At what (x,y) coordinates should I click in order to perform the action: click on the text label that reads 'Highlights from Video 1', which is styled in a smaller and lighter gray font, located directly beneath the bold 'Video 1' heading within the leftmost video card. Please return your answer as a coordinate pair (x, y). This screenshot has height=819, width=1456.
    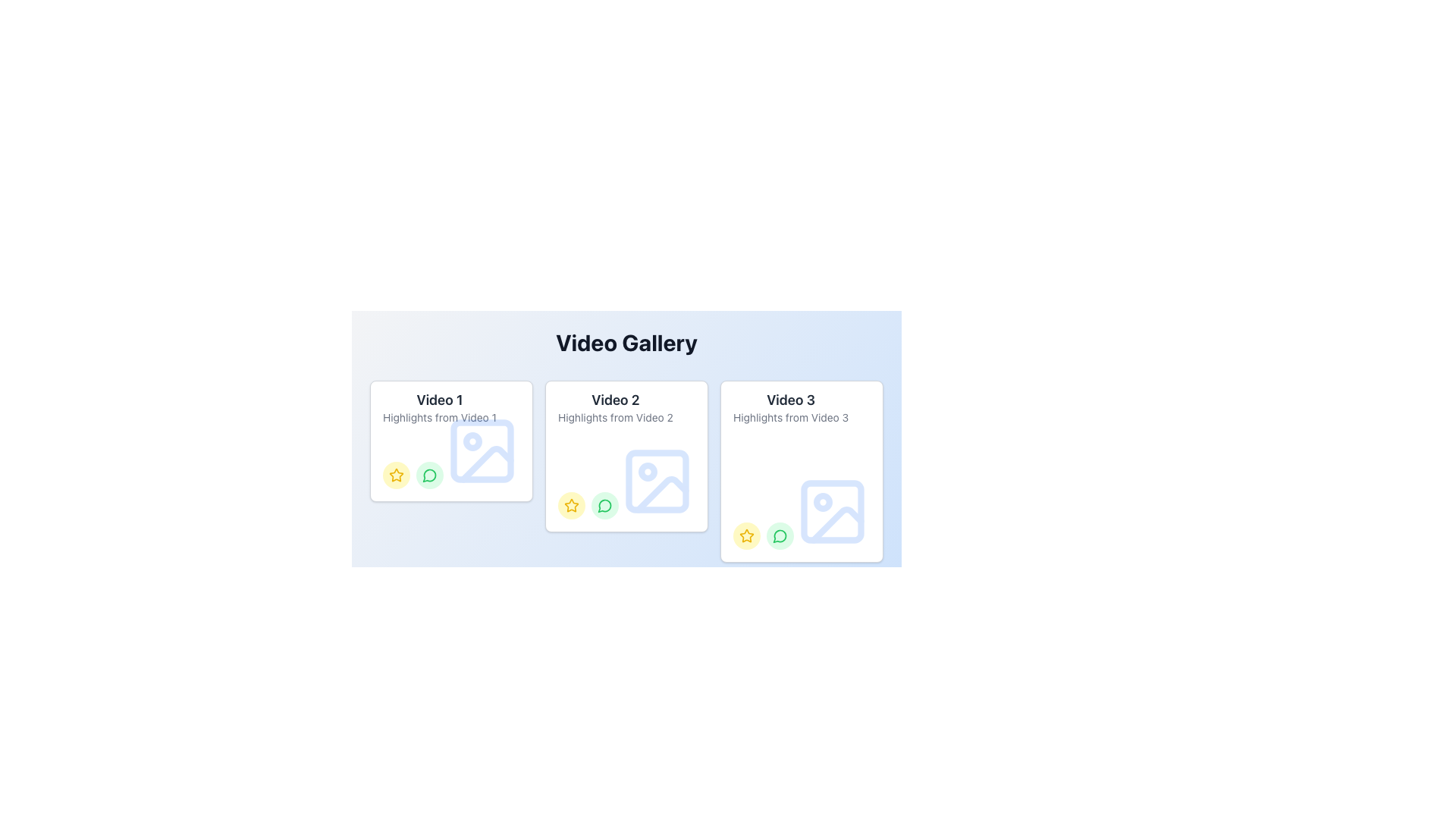
    Looking at the image, I should click on (439, 418).